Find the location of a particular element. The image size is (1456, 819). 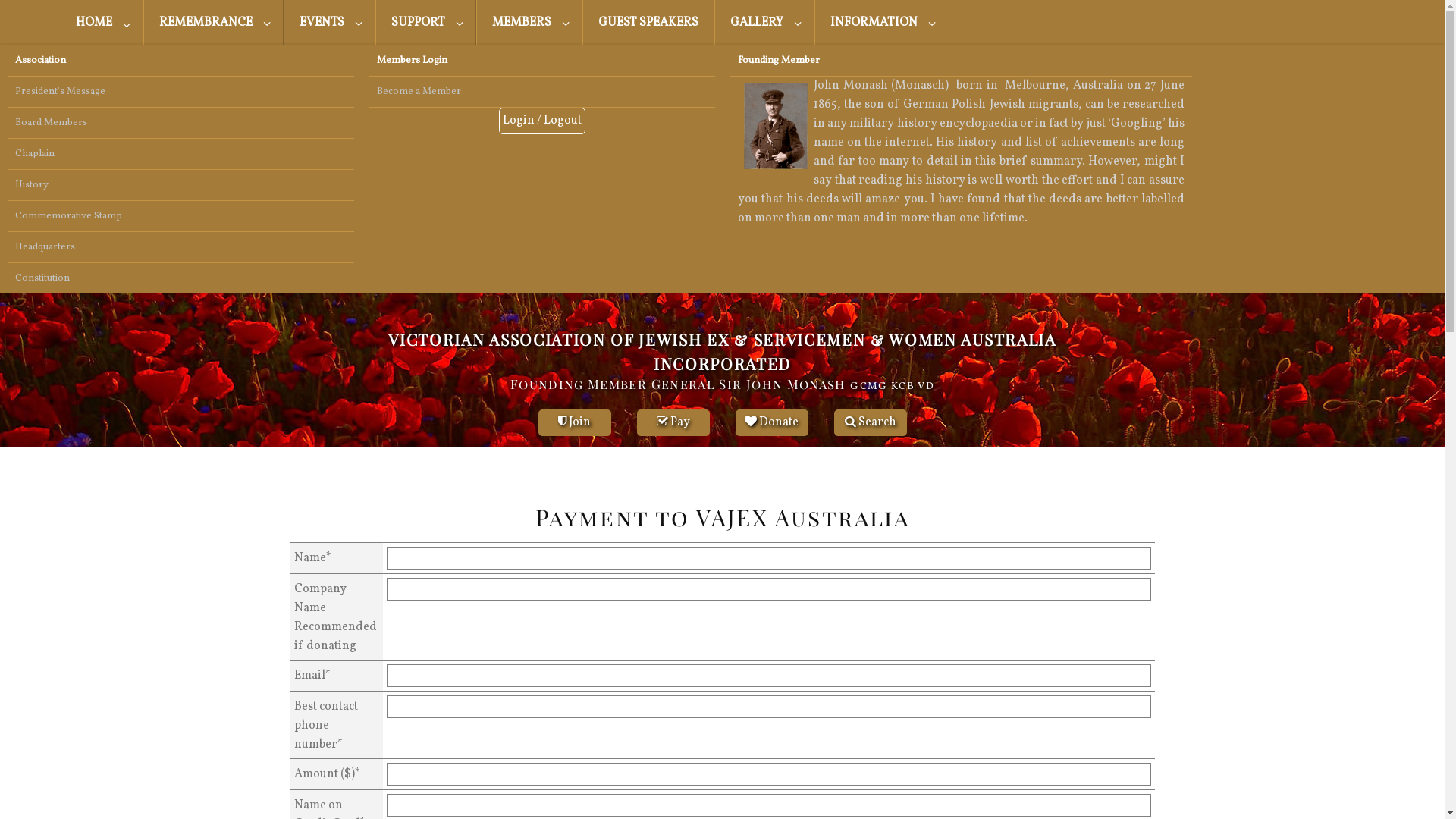

'GALLERY' is located at coordinates (764, 23).